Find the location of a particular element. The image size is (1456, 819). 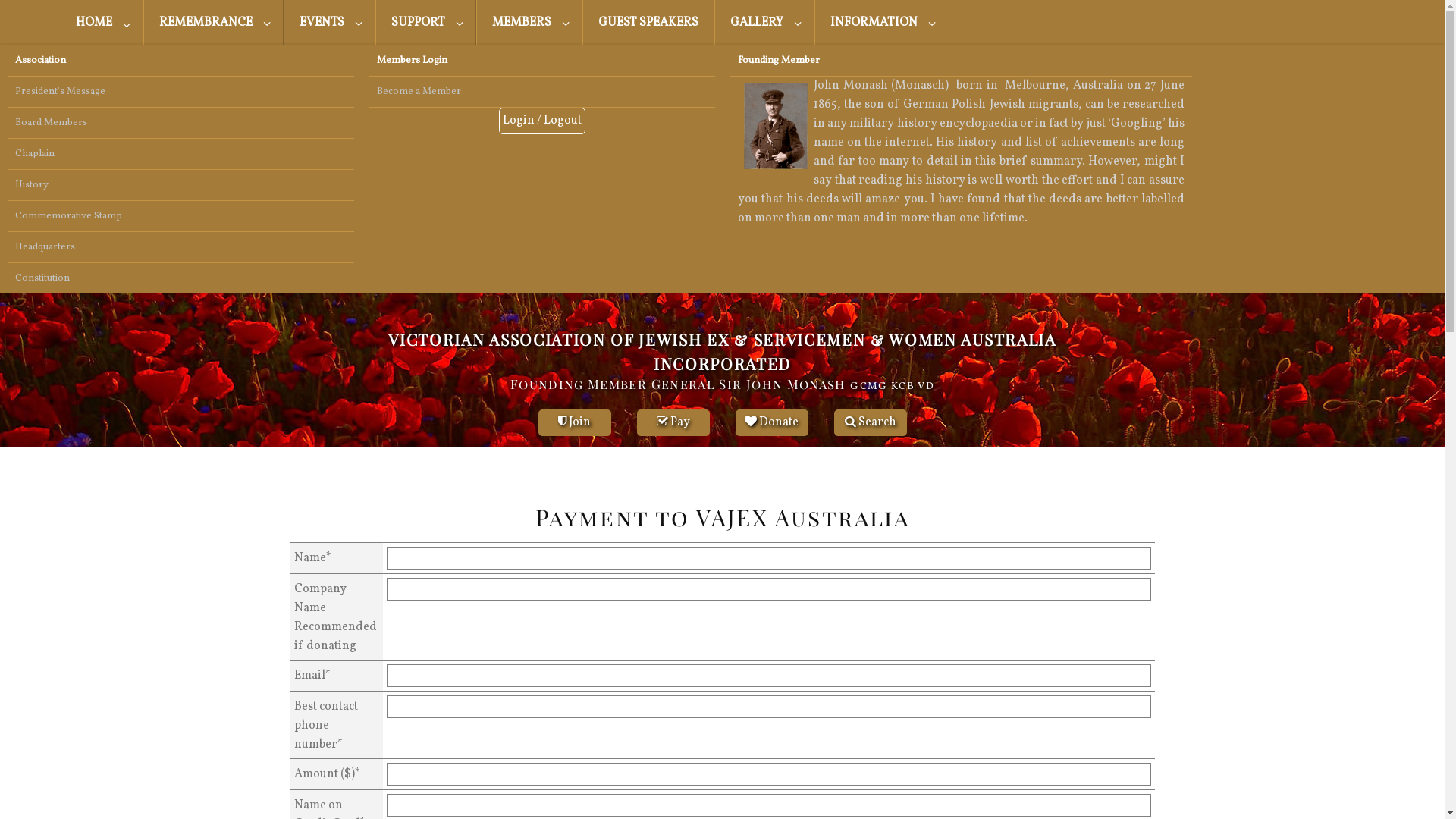

'GALLERY' is located at coordinates (764, 23).